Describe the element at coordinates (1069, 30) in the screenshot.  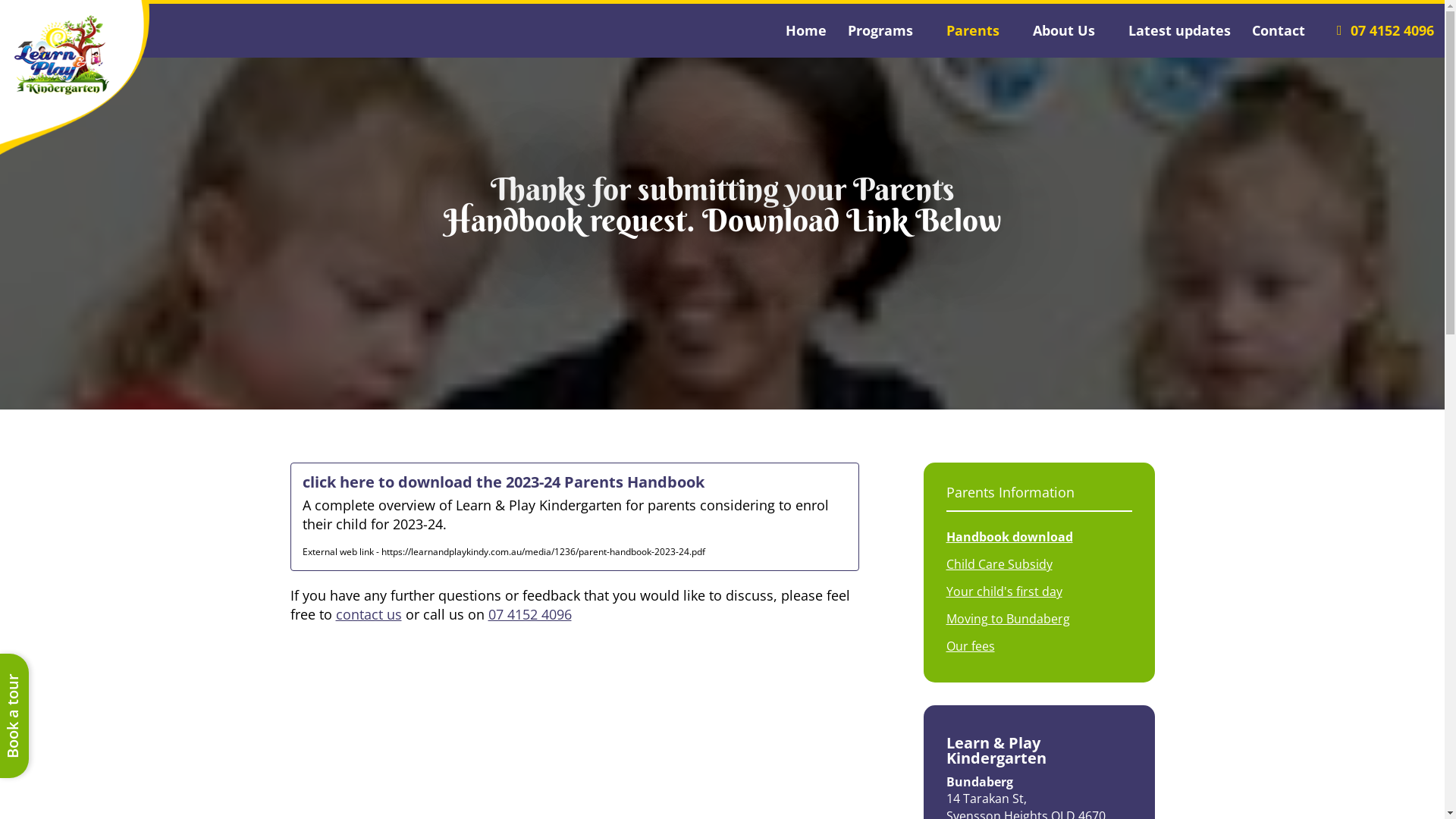
I see `'About Us'` at that location.